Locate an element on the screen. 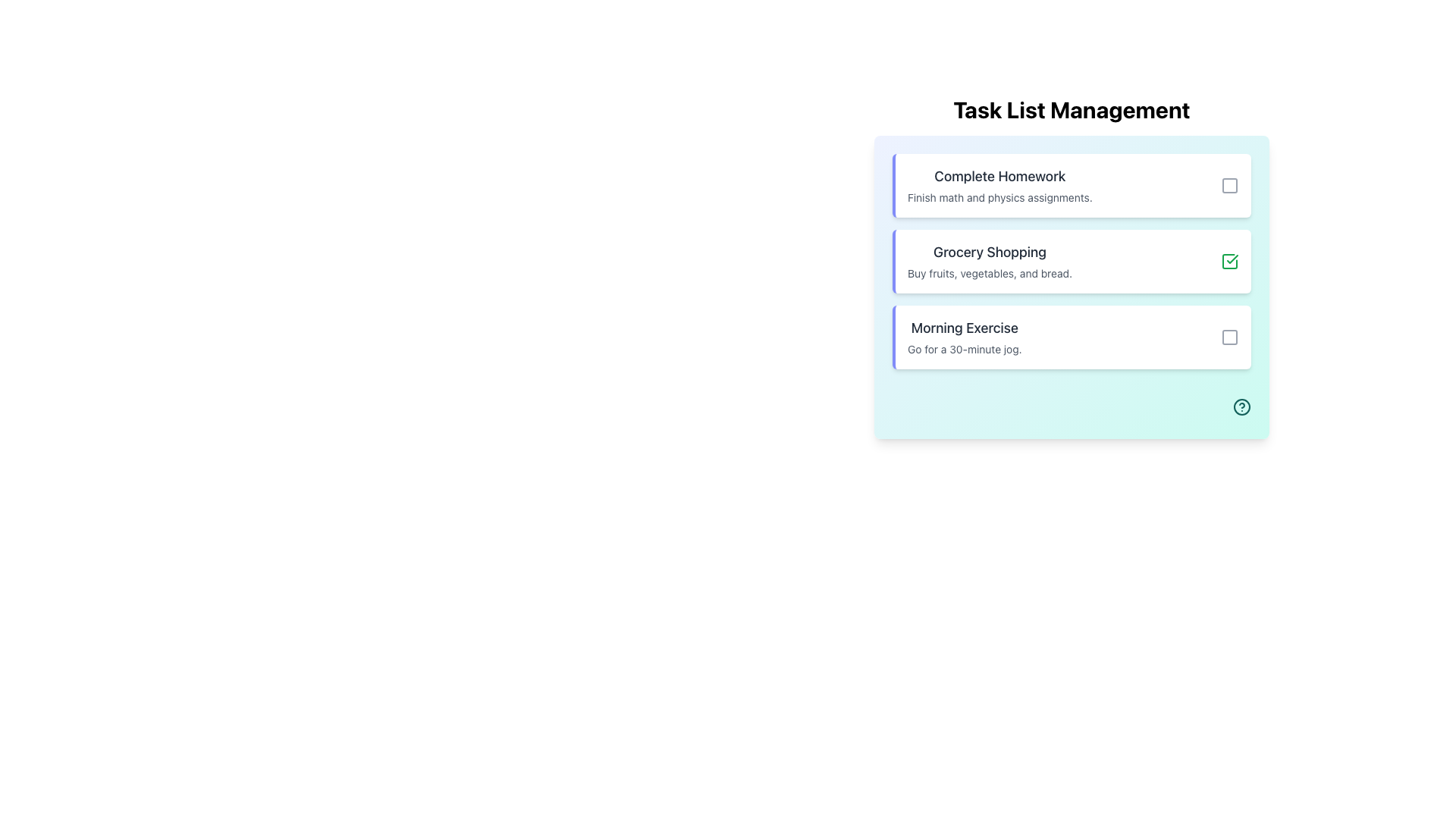  the static text header displaying 'Morning Exercise' in large, bold, dark gray font, located in the third task block above the description 'Go for a 30-minute jog.' is located at coordinates (964, 327).